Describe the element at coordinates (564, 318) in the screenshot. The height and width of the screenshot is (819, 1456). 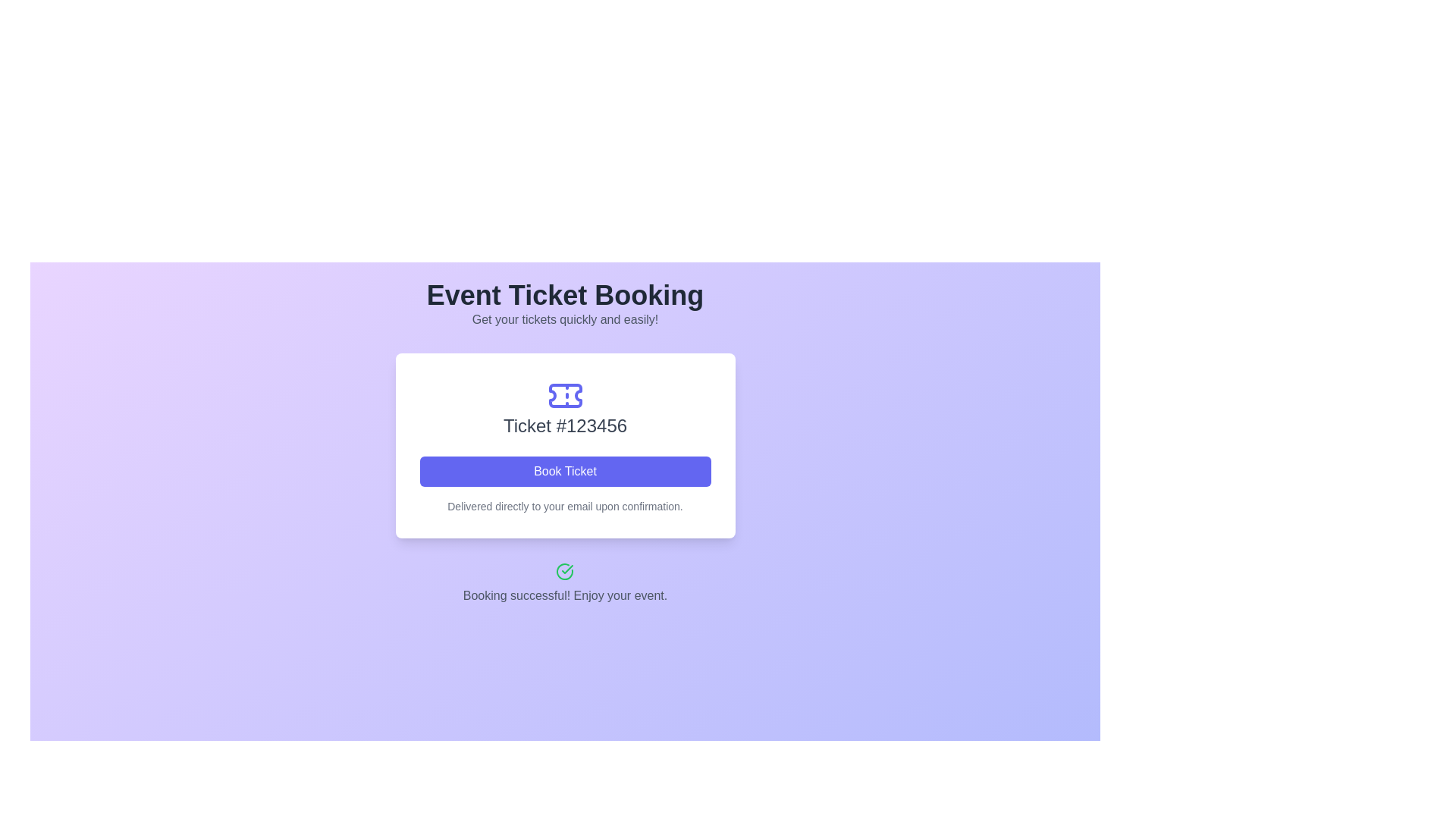
I see `the static informational text that provides additional context about the ticket booking process, located directly under the title 'Event Ticket Booking'` at that location.